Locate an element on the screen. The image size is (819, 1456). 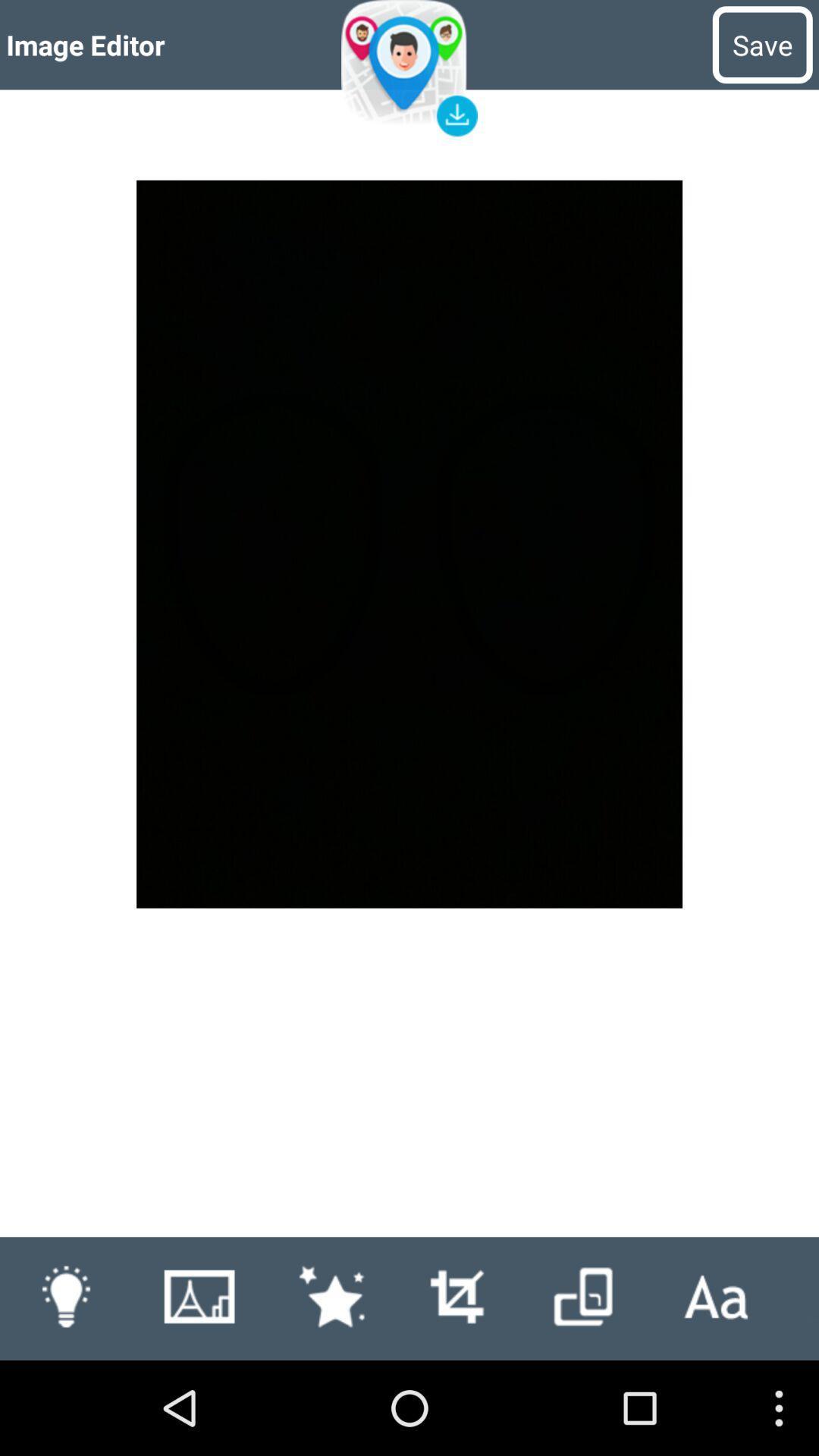
the font icon is located at coordinates (715, 1388).